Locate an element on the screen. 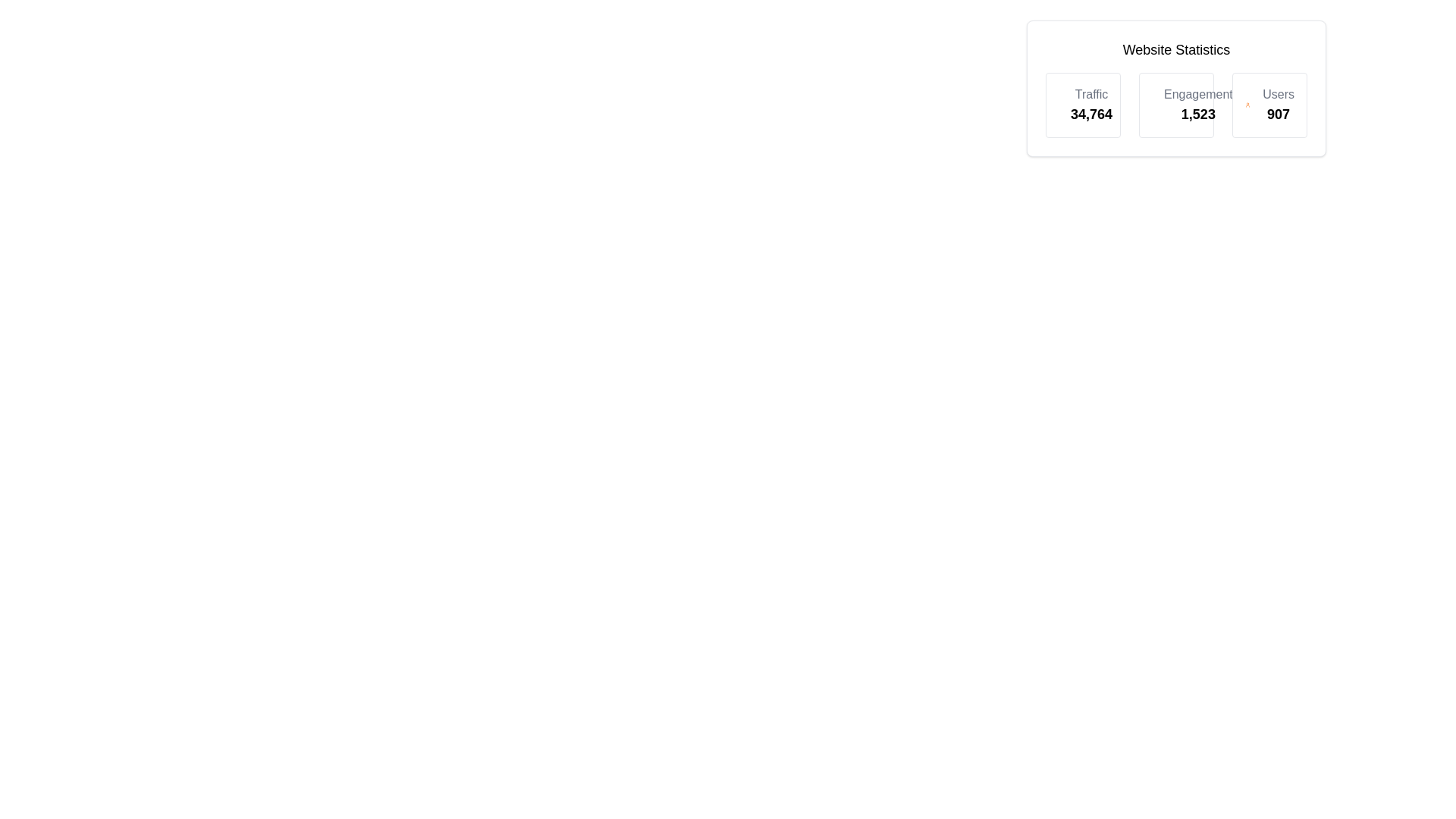 The width and height of the screenshot is (1456, 819). the text label containing the word 'Engagement' in gray color, which is positioned above the numeric value '1,523' in the statistics card labeled 'Website Statistics' is located at coordinates (1197, 94).